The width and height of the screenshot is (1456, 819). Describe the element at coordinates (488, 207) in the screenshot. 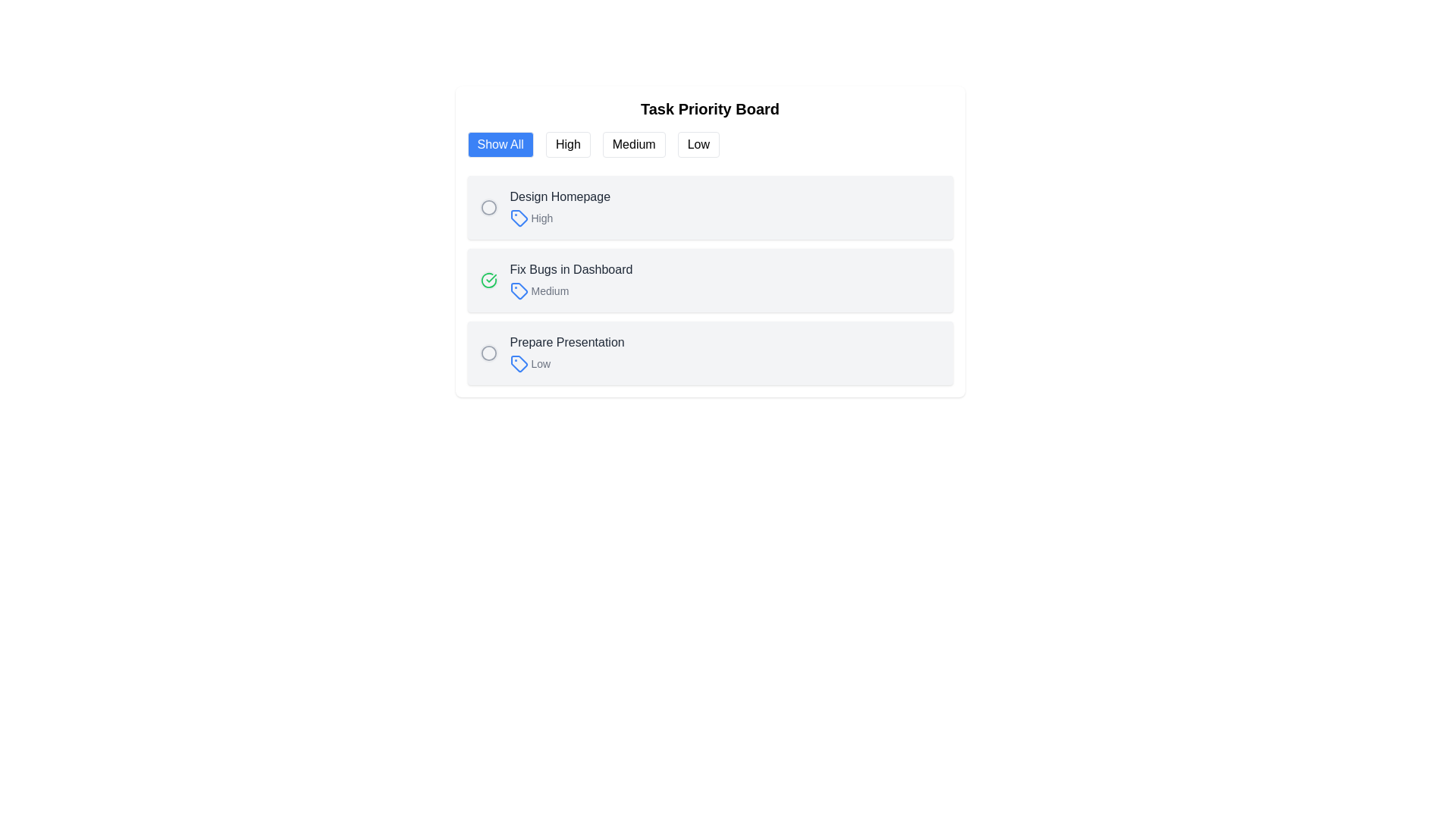

I see `the status indicator icon for the task 'Design Homepage', which is the first circular icon in the task list` at that location.